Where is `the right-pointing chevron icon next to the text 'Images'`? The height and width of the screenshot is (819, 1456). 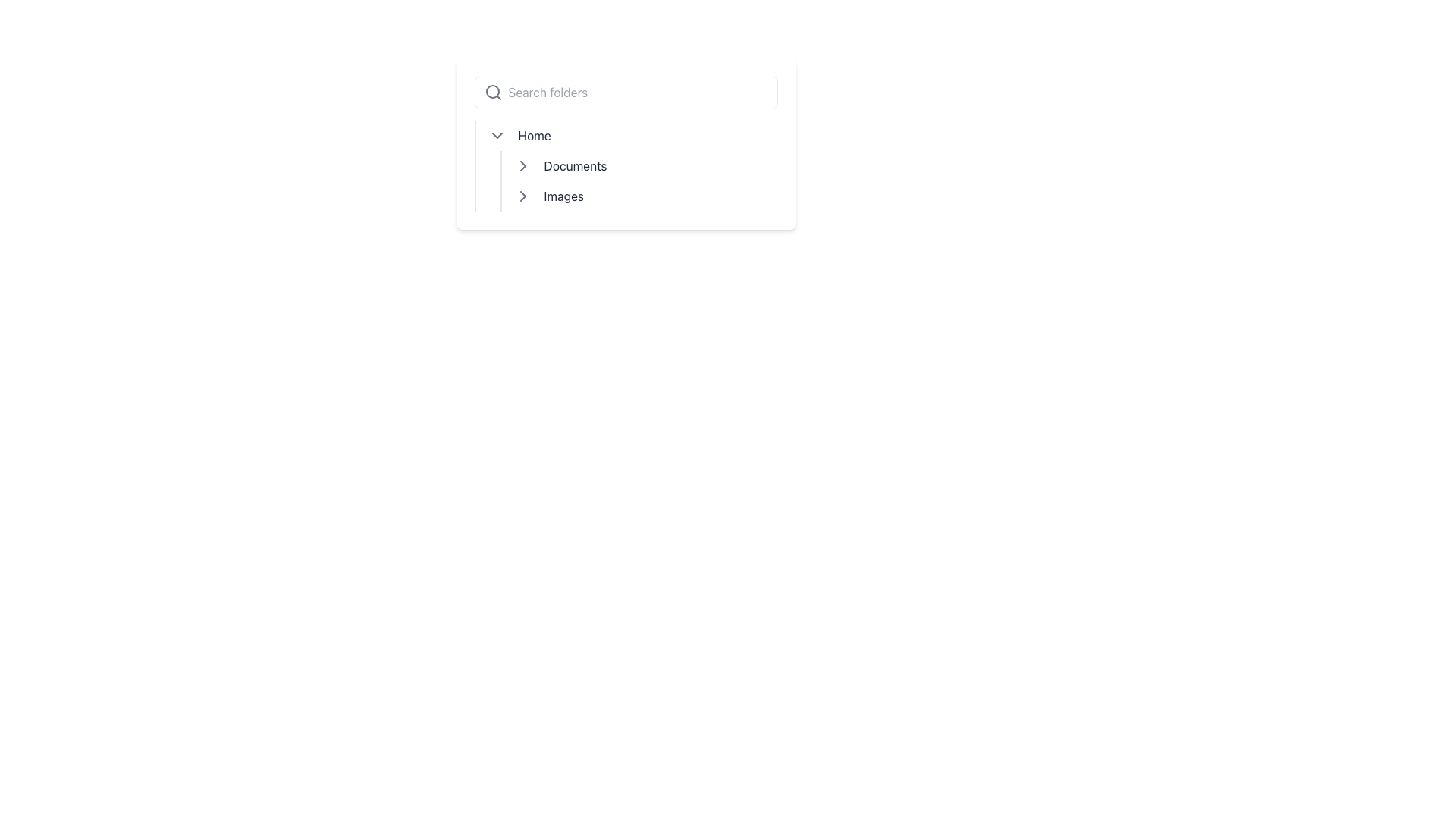
the right-pointing chevron icon next to the text 'Images' is located at coordinates (522, 195).